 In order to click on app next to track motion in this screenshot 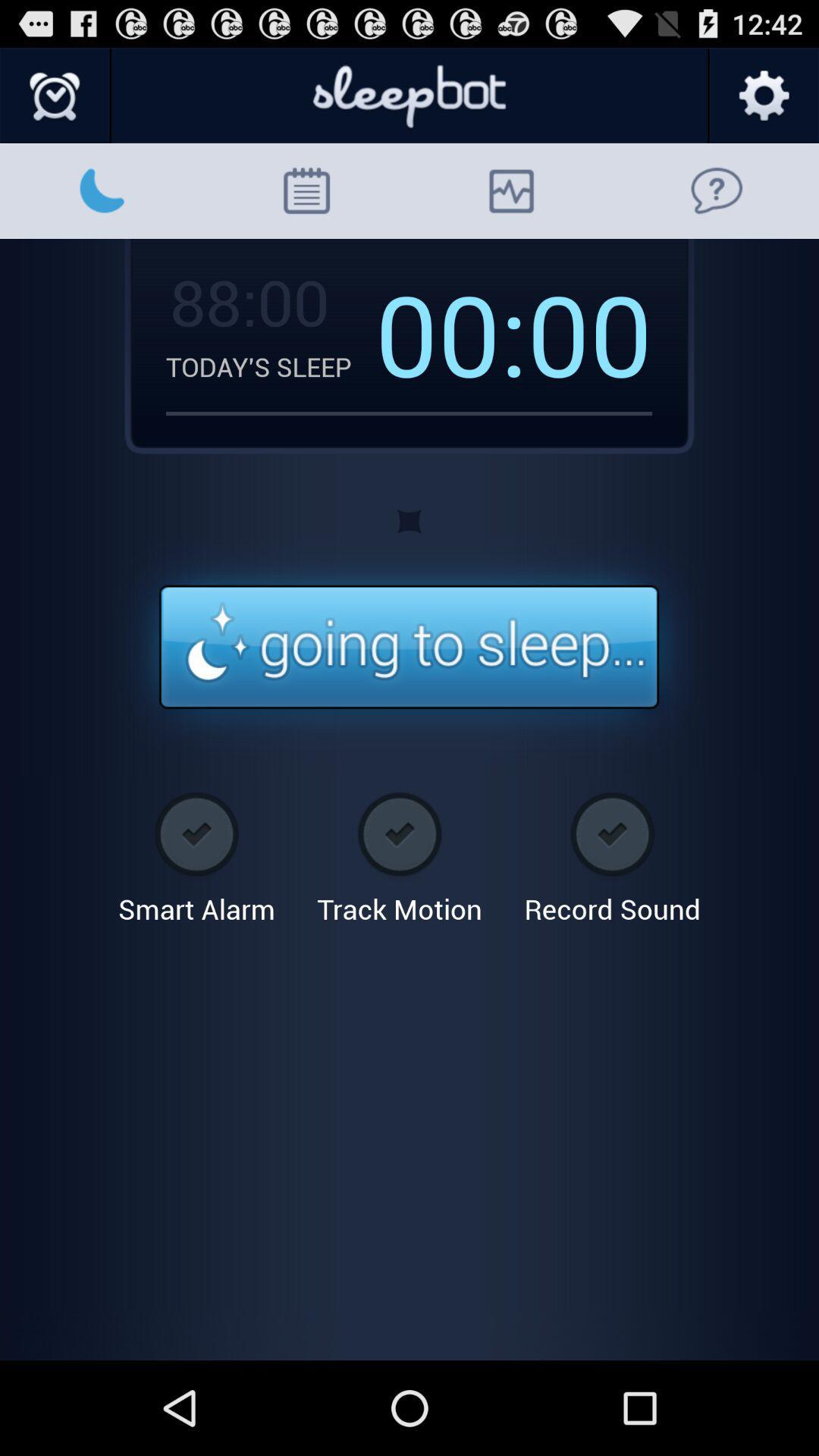, I will do `click(611, 852)`.